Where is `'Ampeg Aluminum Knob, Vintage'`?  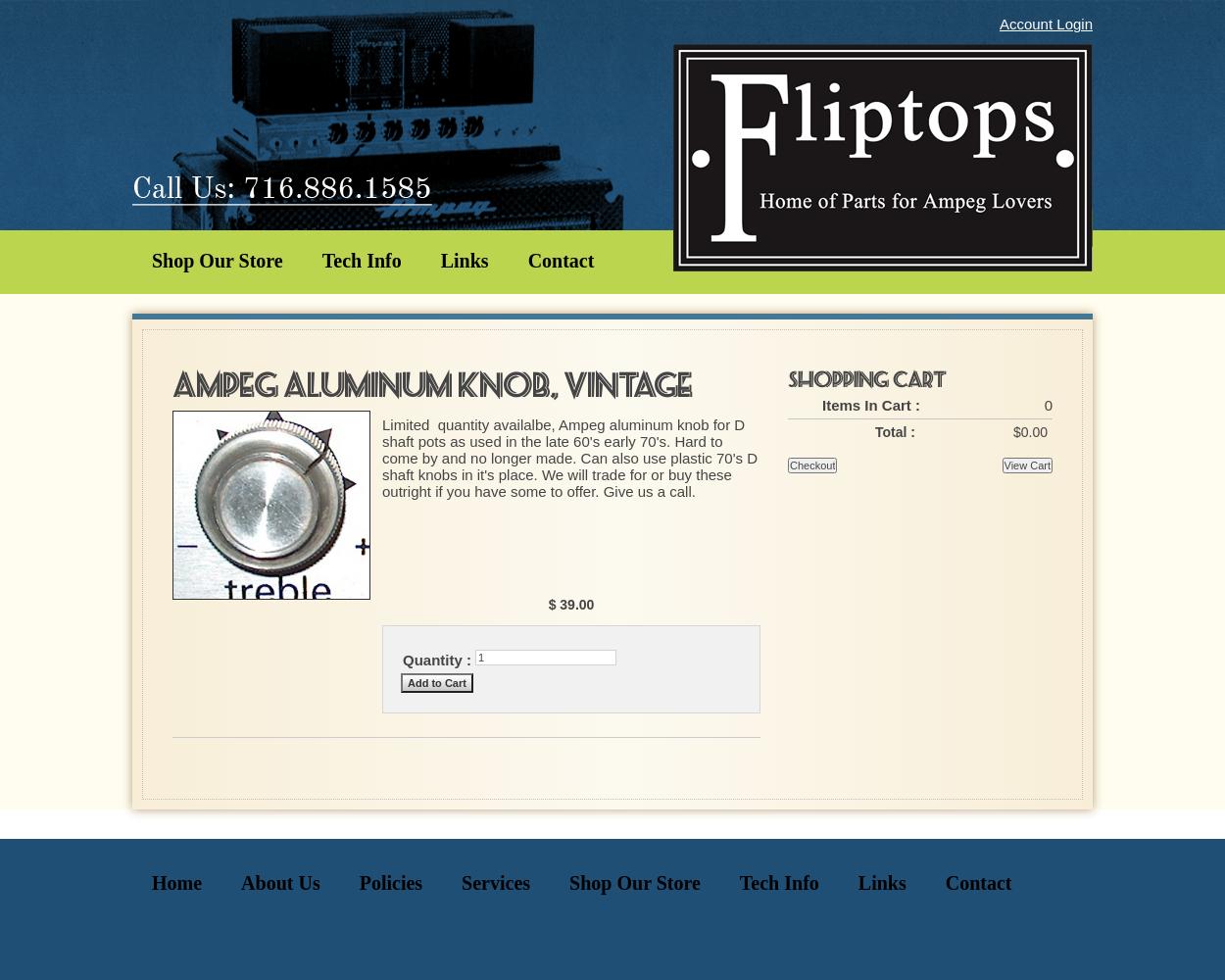
'Ampeg Aluminum Knob, Vintage' is located at coordinates (431, 384).